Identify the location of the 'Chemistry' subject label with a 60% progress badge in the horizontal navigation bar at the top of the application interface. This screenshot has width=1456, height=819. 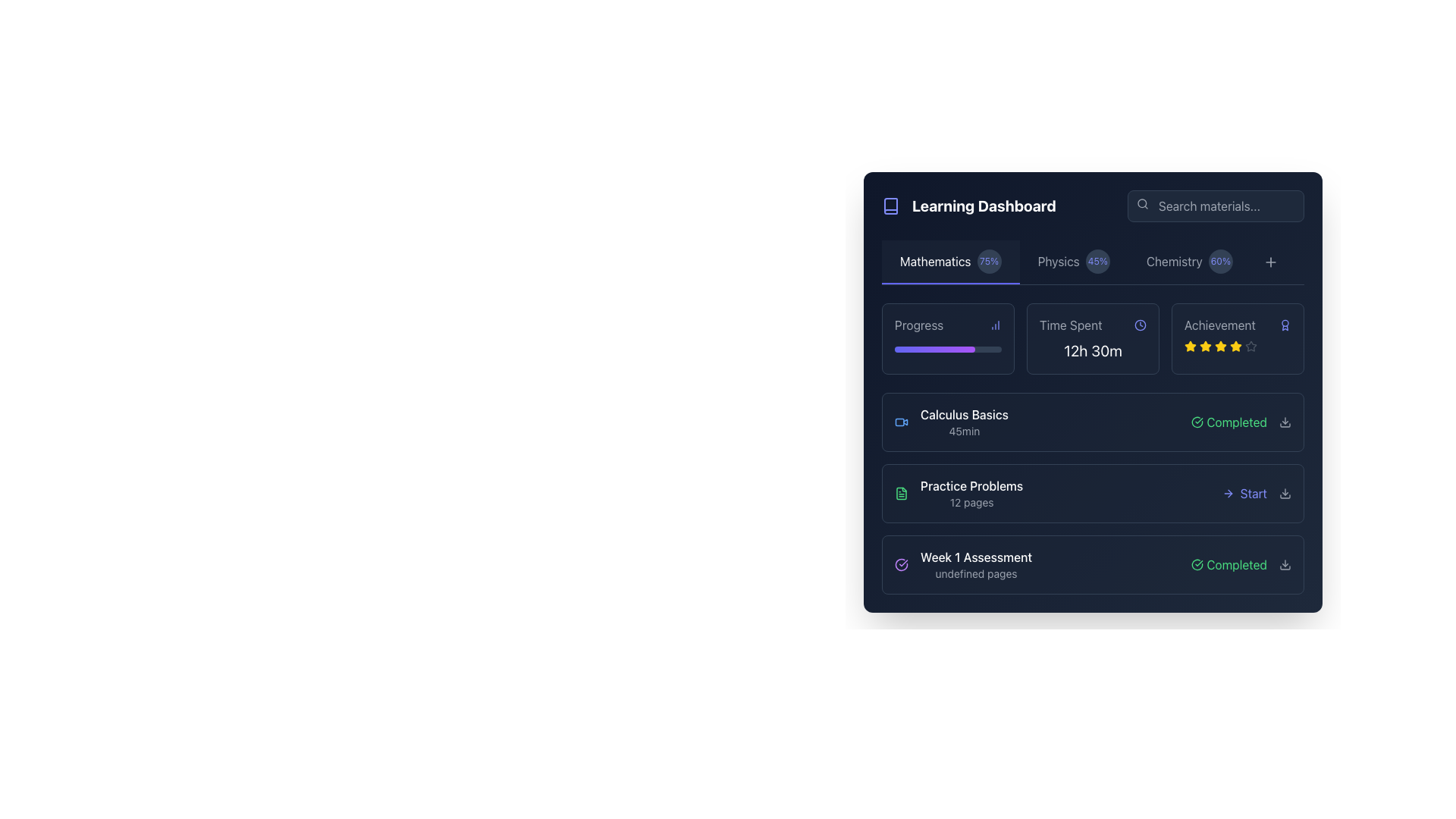
(1188, 260).